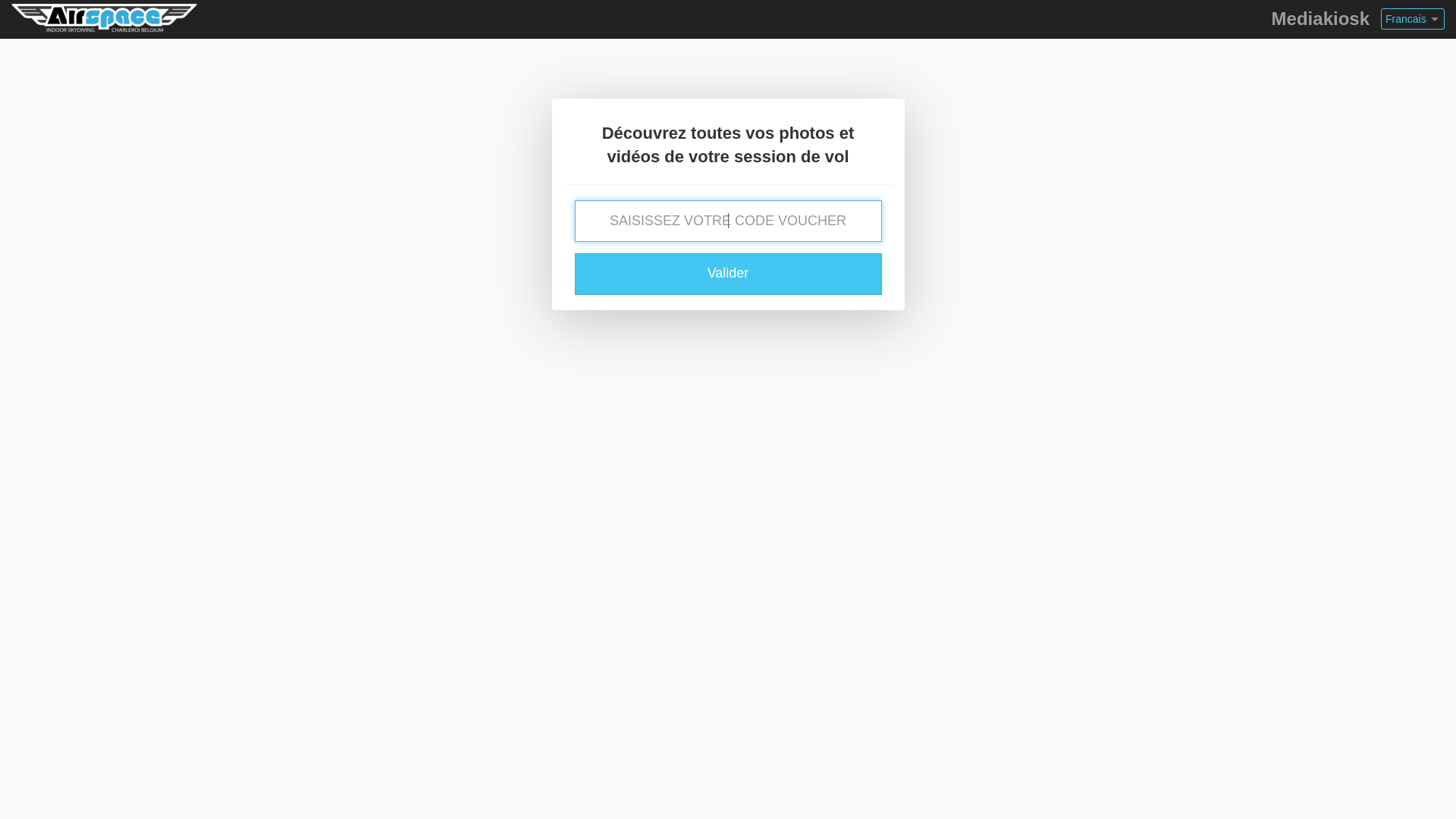  I want to click on 'Valider', so click(728, 274).